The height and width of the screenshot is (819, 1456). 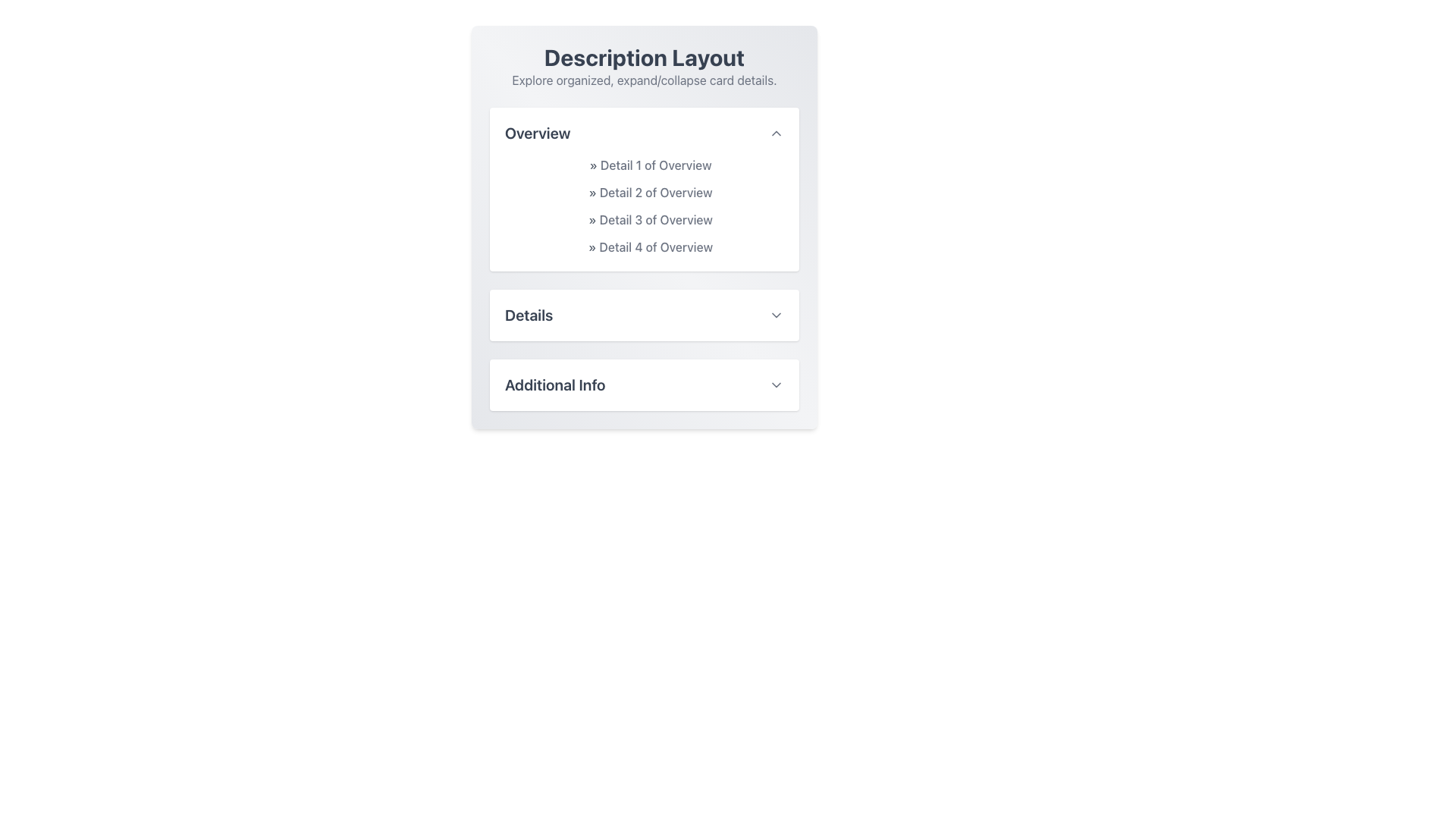 What do you see at coordinates (644, 165) in the screenshot?
I see `the text label or heading that reads '» Detail 1 of Overview', styled in gray with a leading chevron symbol, located at the top-left of the 'Overview' section` at bounding box center [644, 165].